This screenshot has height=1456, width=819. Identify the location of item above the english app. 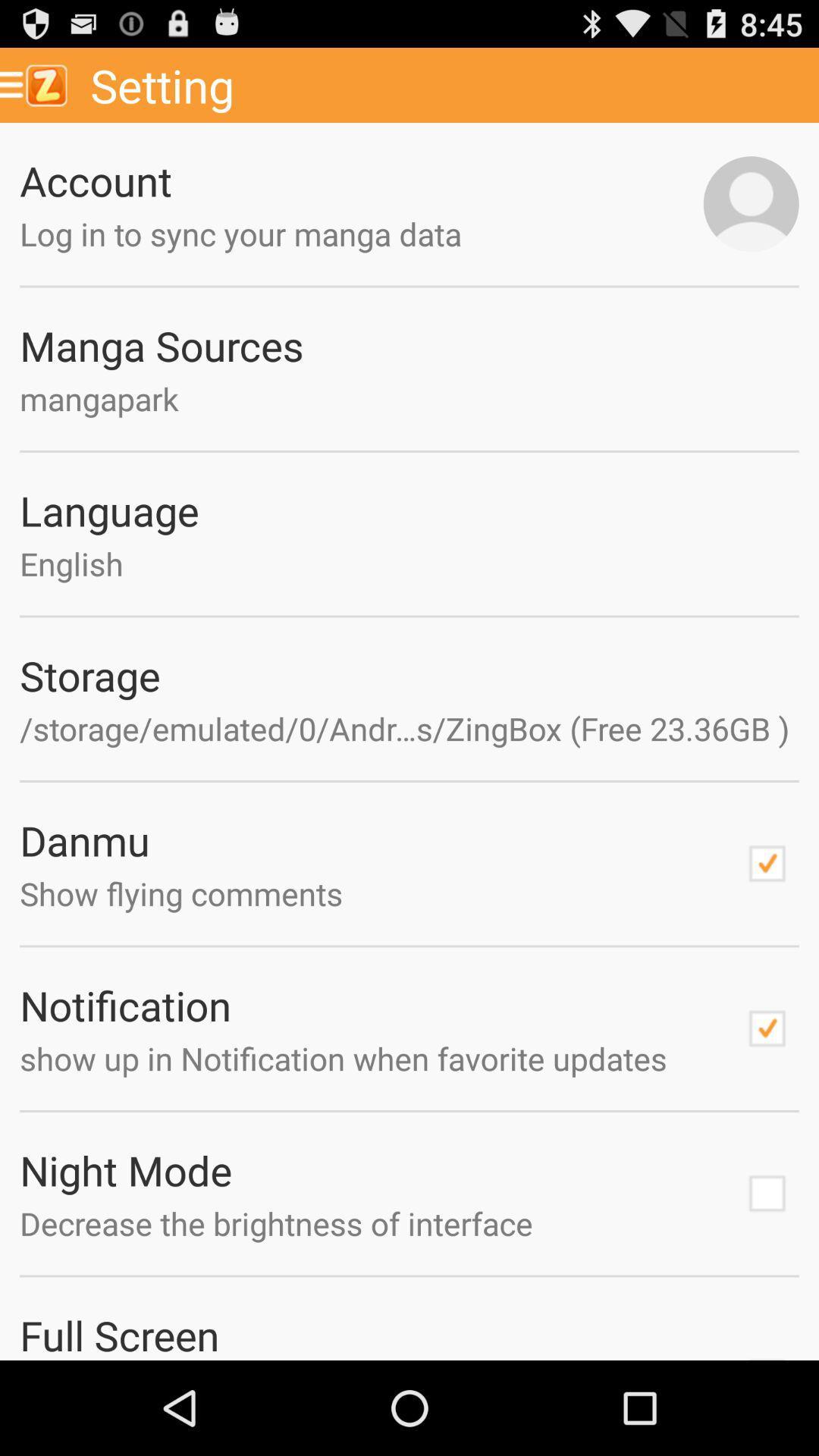
(409, 510).